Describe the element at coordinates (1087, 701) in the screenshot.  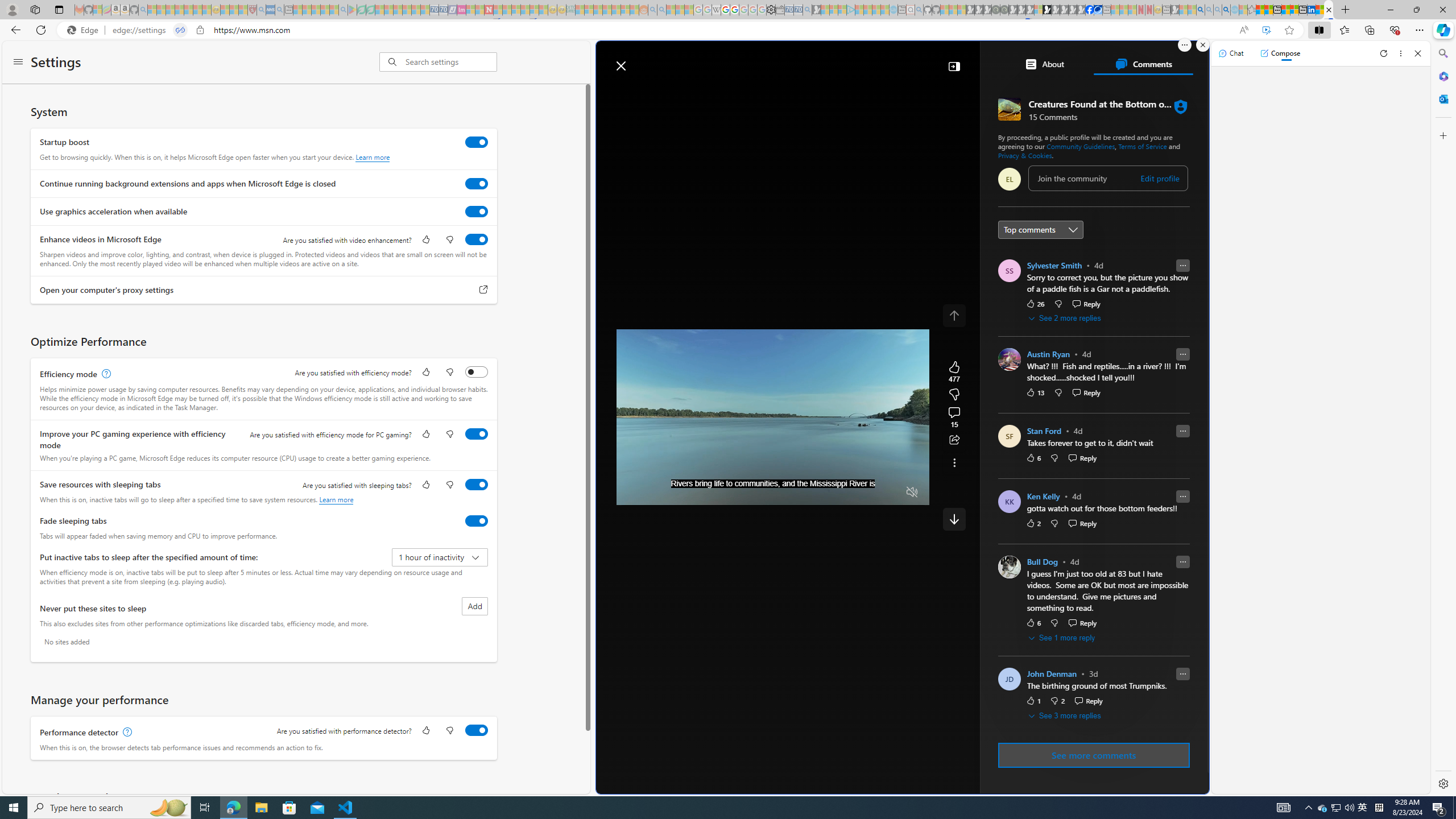
I see `'Reply Reply Comment'` at that location.